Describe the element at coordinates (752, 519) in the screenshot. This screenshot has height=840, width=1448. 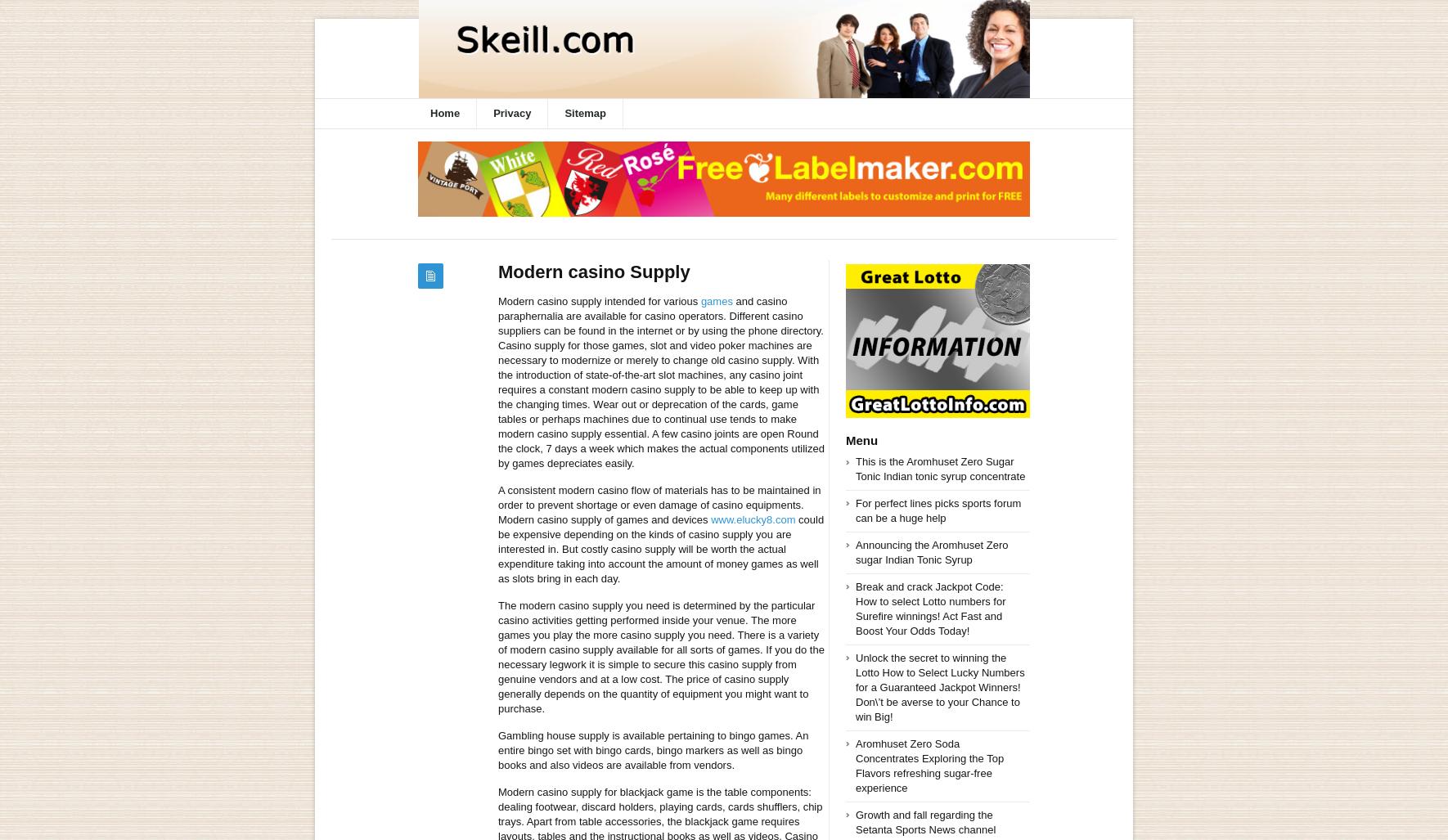
I see `'www.elucky8.com'` at that location.